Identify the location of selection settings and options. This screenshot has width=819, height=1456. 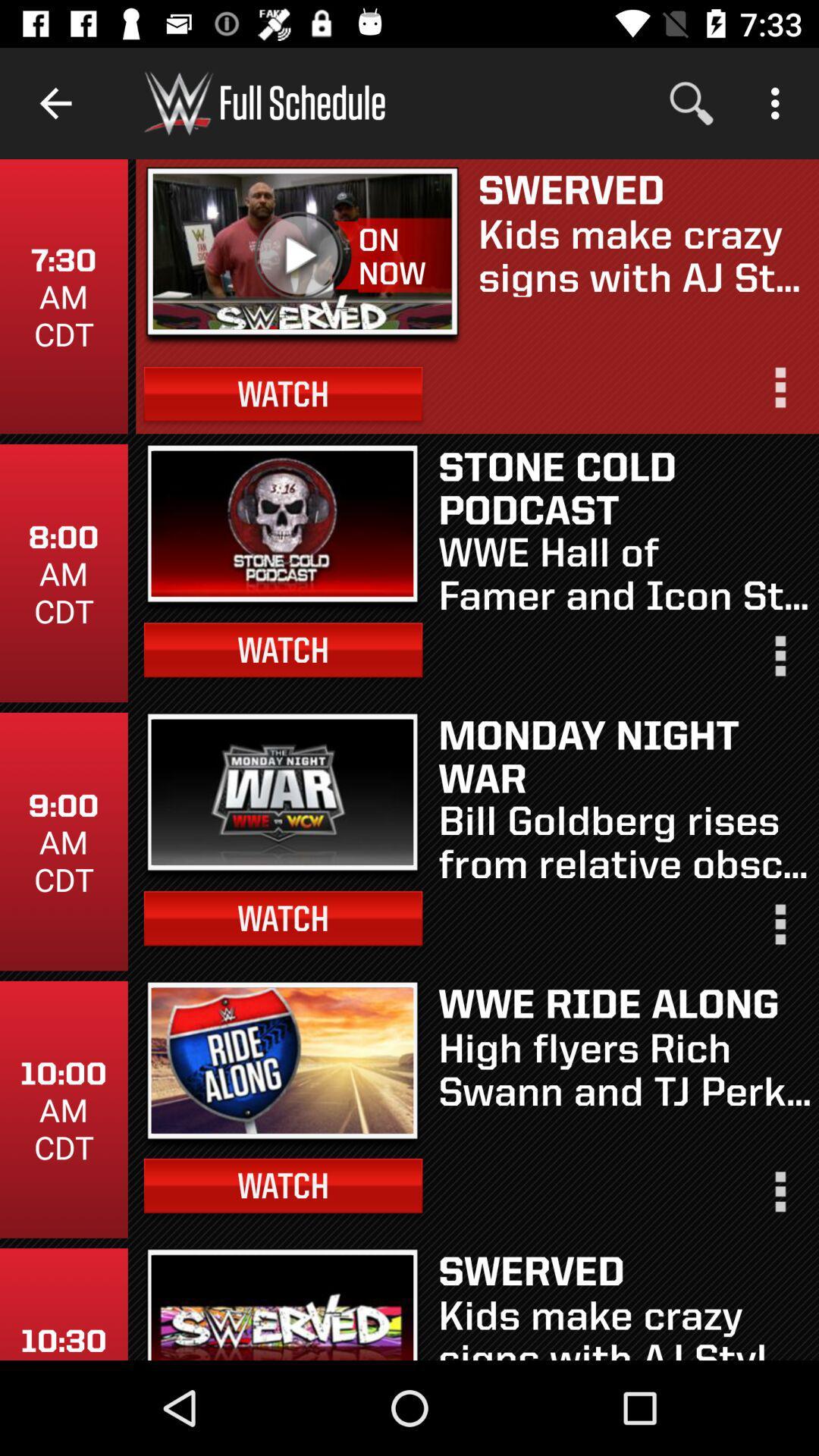
(779, 662).